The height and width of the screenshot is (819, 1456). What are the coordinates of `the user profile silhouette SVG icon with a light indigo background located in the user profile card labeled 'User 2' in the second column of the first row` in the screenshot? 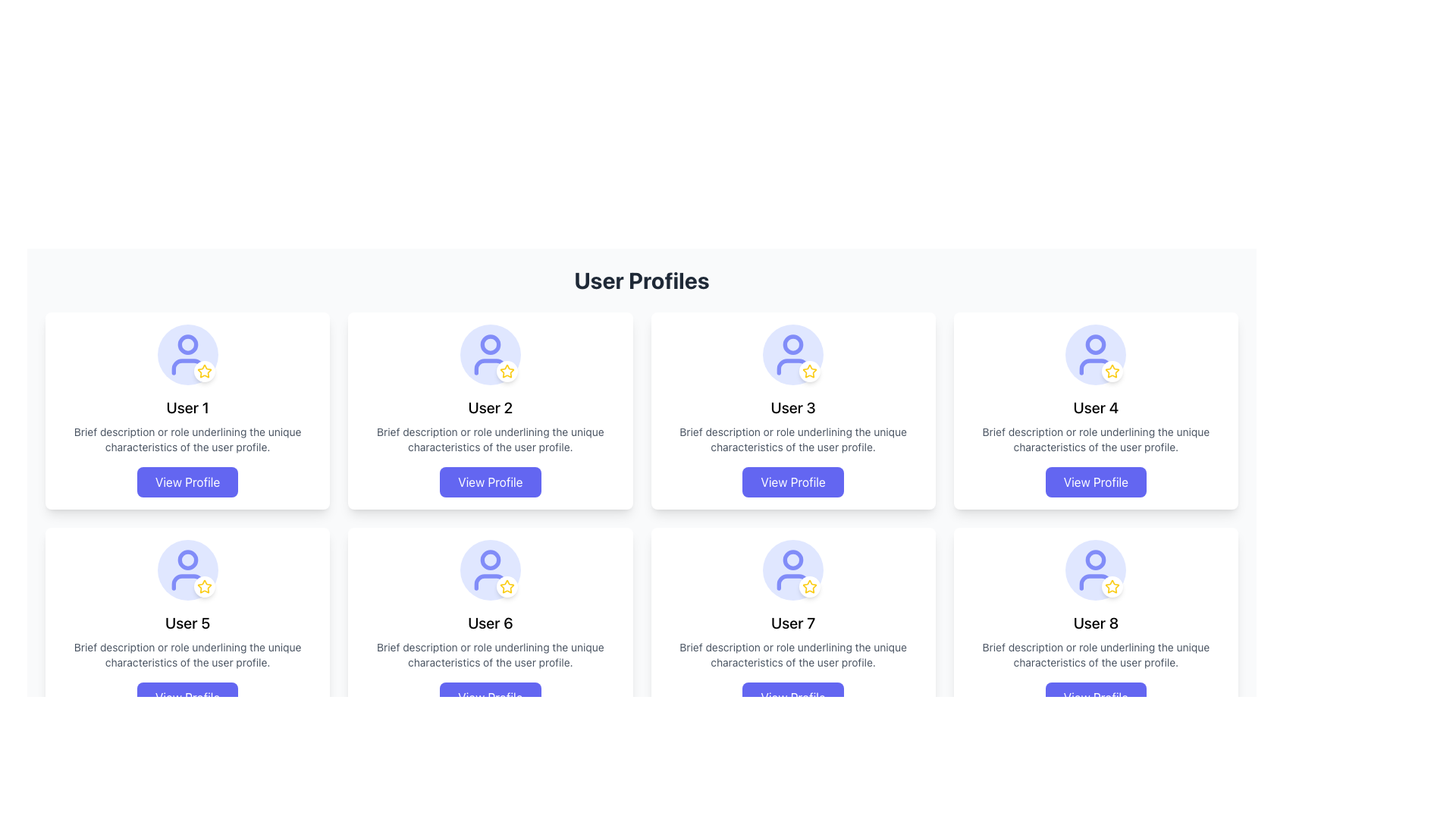 It's located at (490, 354).